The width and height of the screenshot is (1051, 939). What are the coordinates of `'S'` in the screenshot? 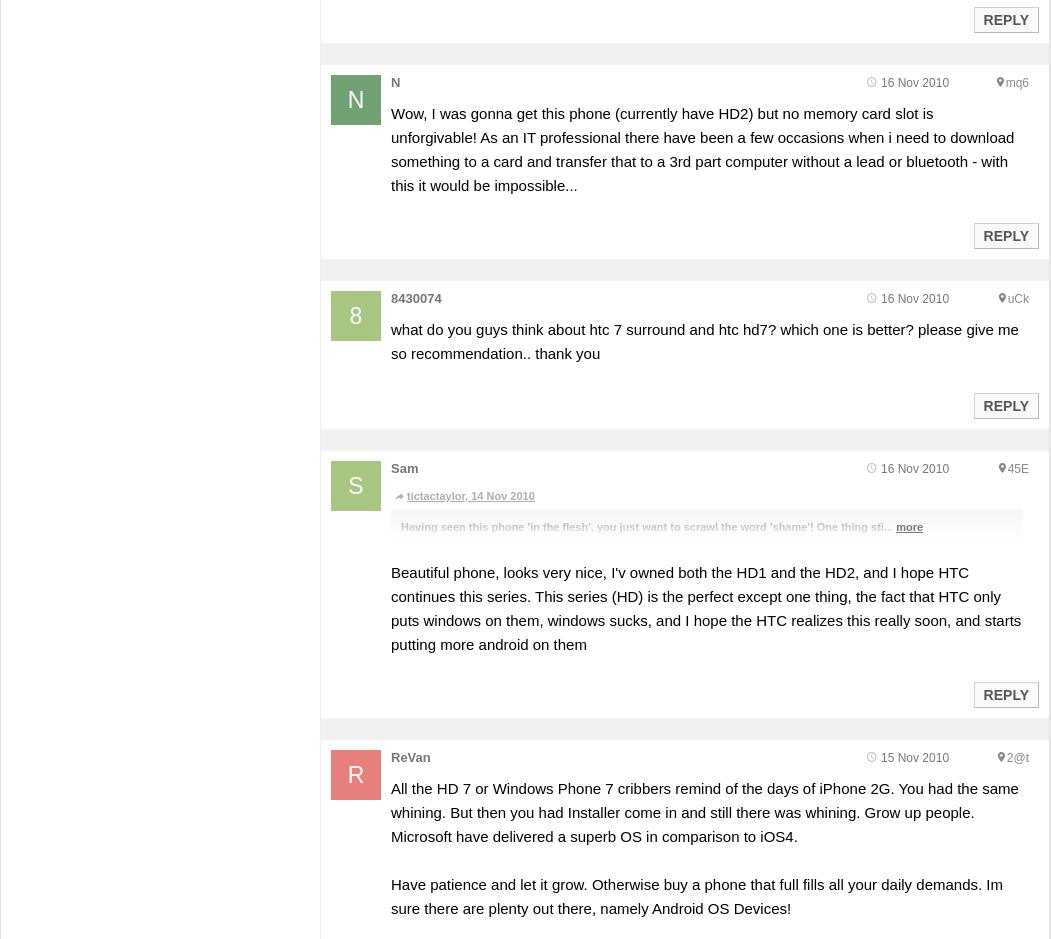 It's located at (347, 483).